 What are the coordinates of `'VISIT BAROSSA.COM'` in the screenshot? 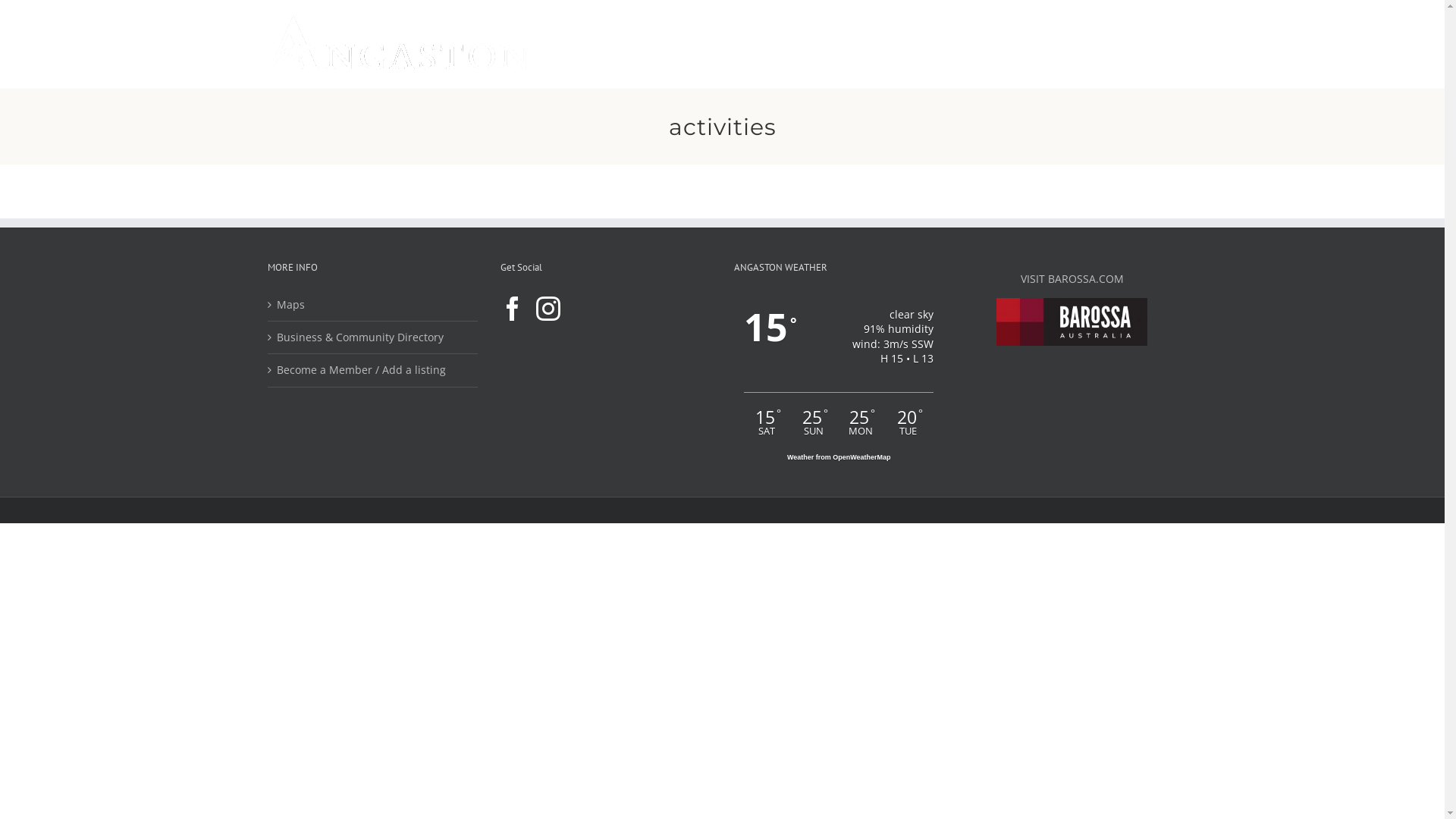 It's located at (1072, 278).